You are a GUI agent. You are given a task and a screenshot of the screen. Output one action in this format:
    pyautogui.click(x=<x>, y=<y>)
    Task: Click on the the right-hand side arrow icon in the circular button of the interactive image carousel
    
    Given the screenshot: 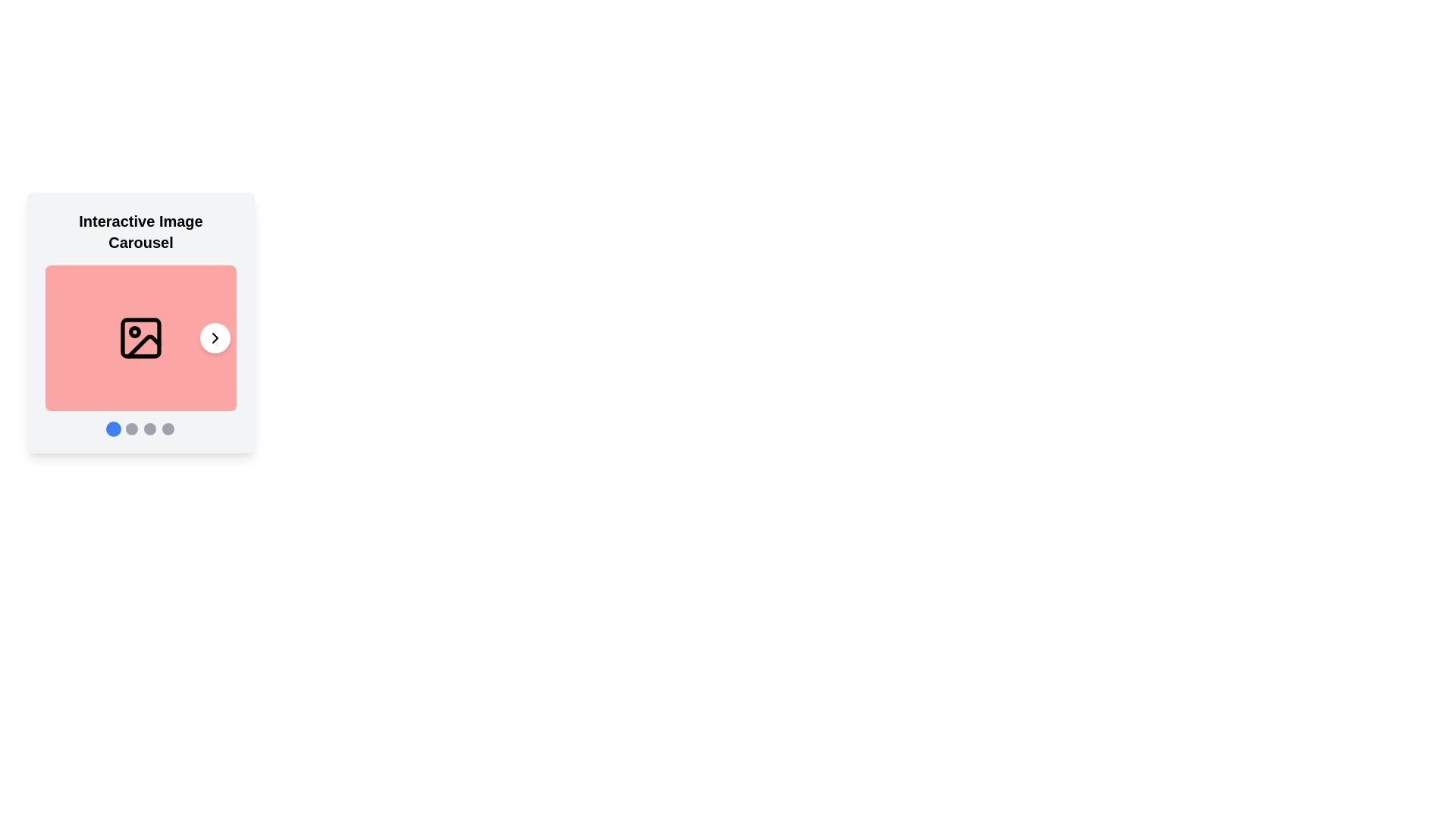 What is the action you would take?
    pyautogui.click(x=214, y=337)
    